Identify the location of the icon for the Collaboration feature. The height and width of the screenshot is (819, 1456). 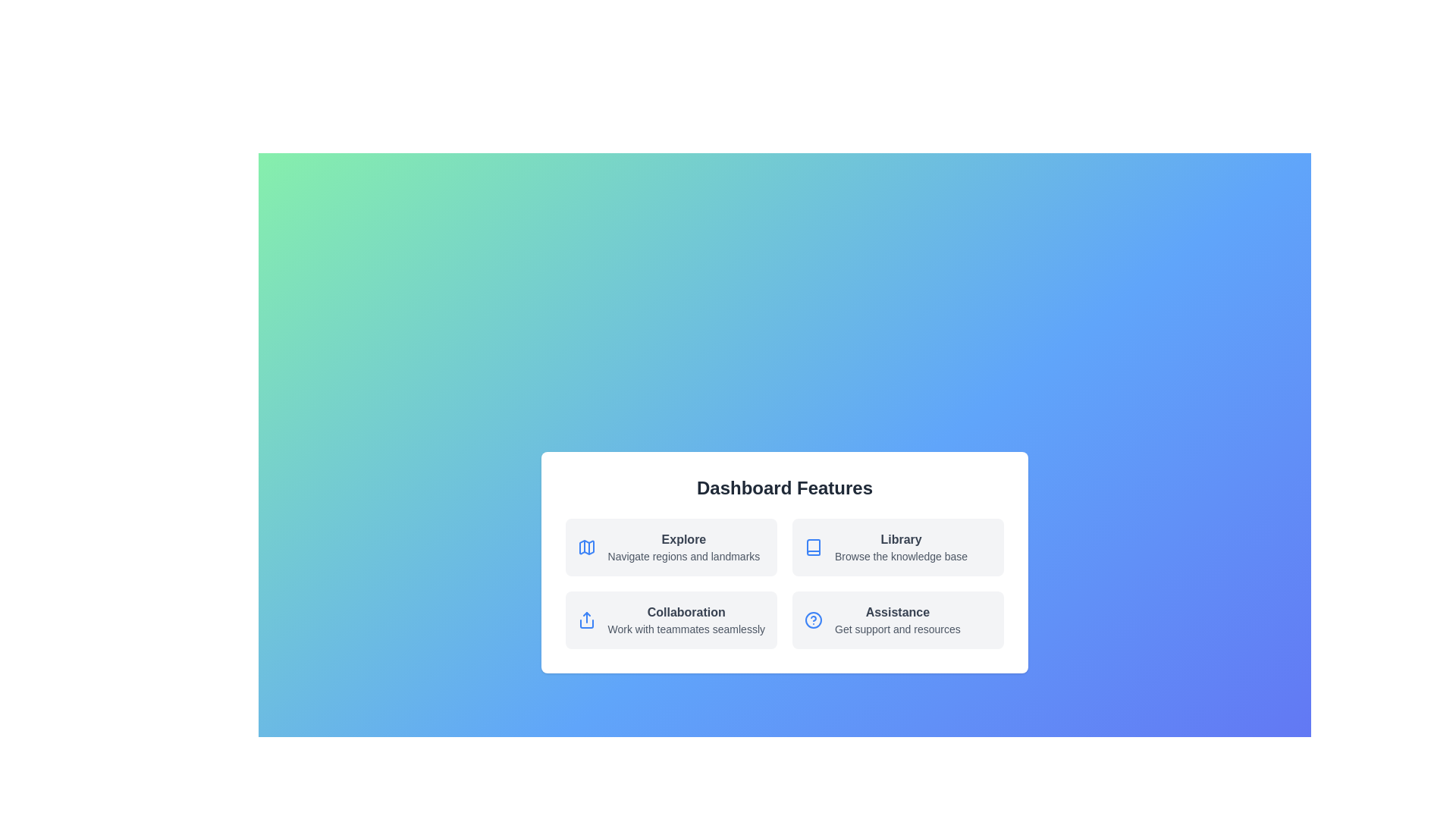
(585, 620).